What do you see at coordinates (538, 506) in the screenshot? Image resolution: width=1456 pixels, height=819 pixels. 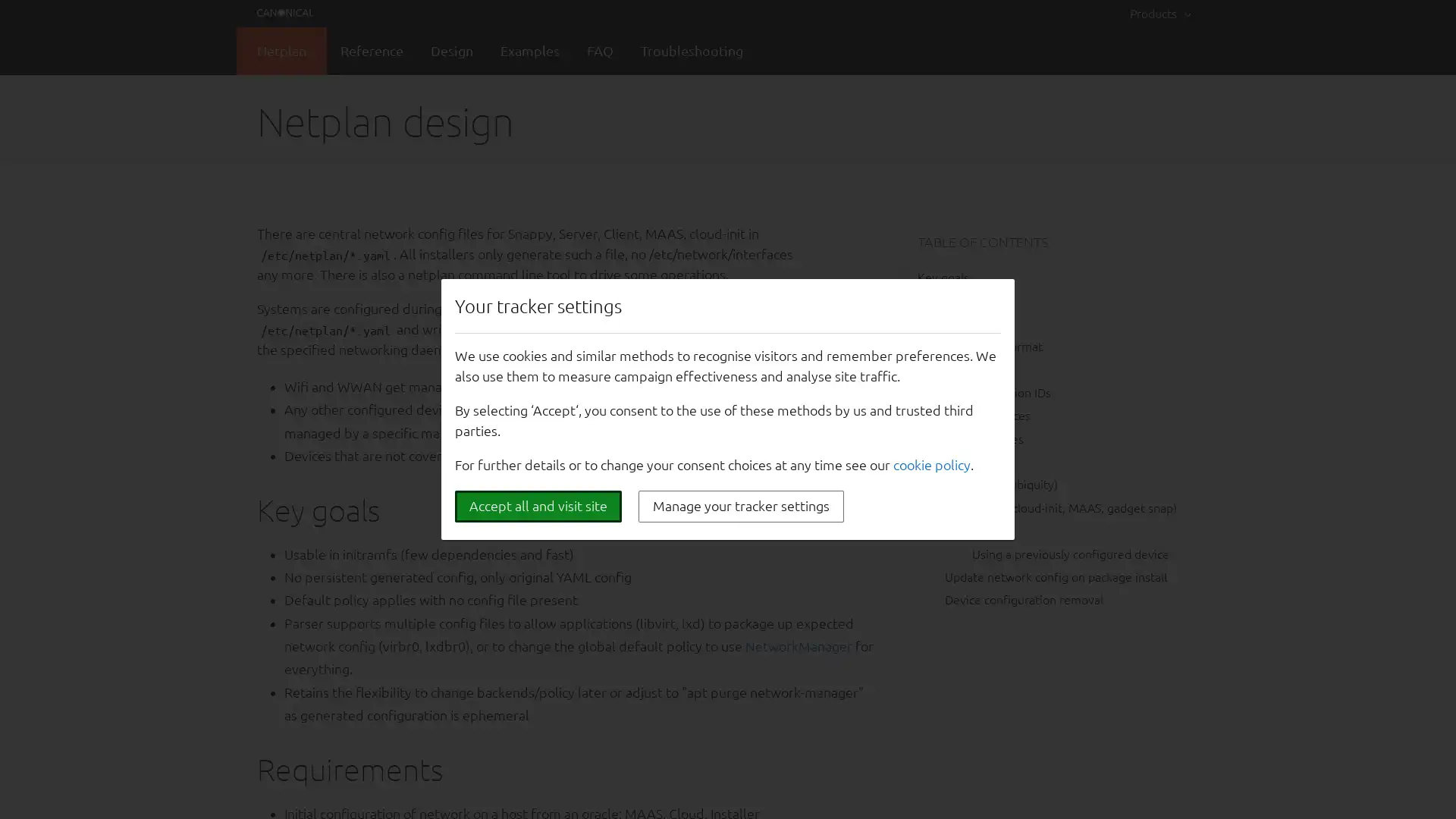 I see `Accept all and visit site` at bounding box center [538, 506].